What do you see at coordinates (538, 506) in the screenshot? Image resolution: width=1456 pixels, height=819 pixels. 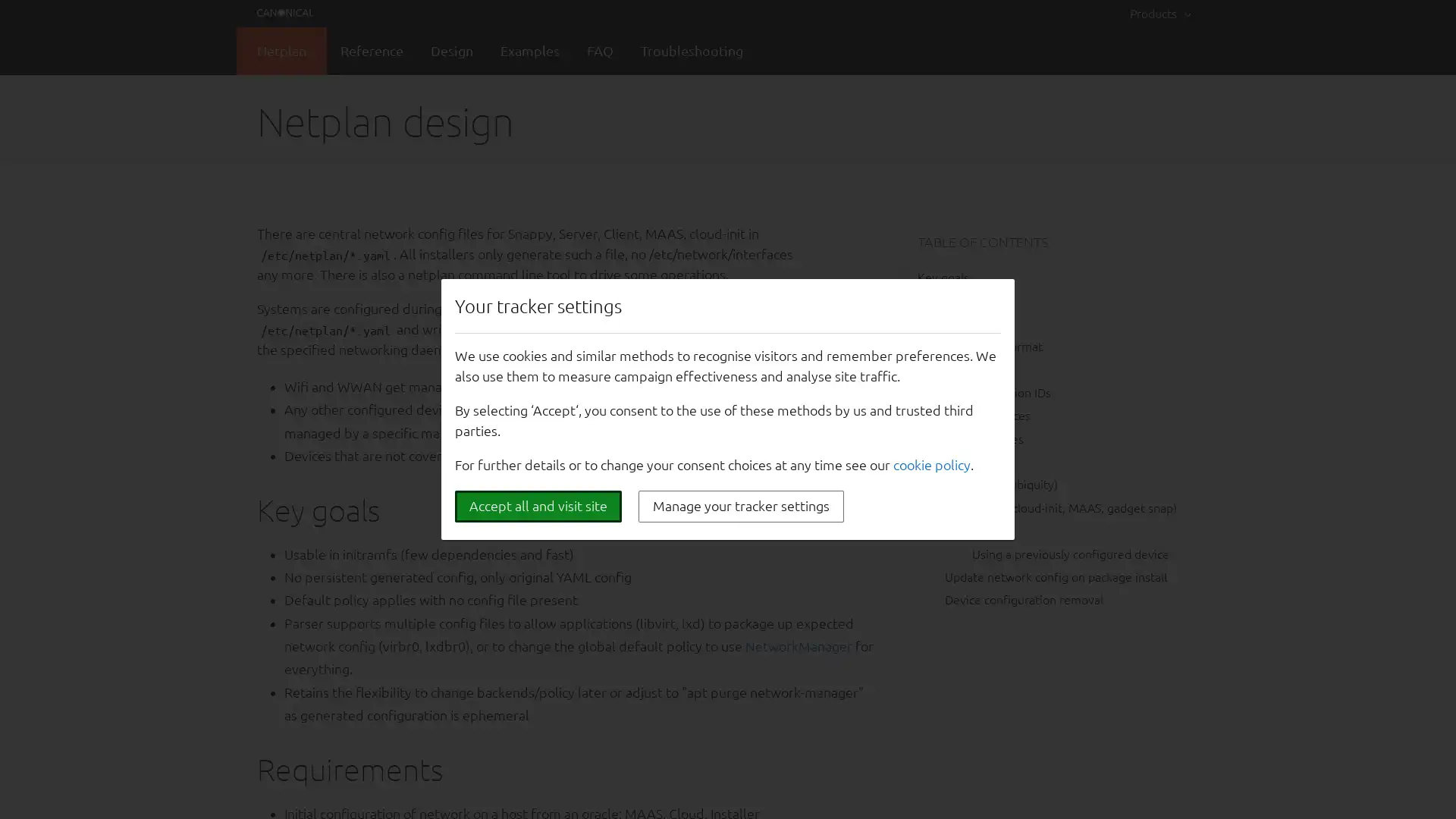 I see `Accept all and visit site` at bounding box center [538, 506].